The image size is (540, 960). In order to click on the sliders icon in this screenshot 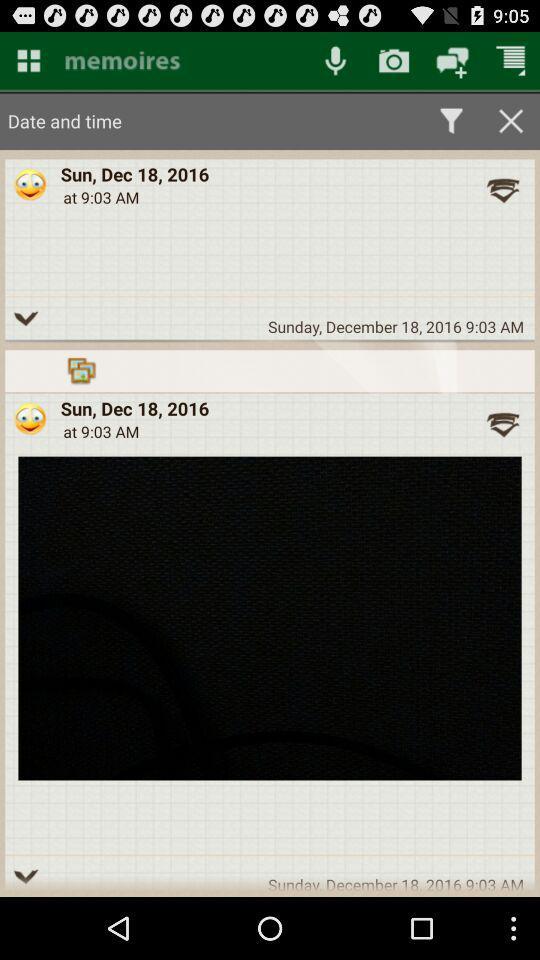, I will do `click(182, 65)`.